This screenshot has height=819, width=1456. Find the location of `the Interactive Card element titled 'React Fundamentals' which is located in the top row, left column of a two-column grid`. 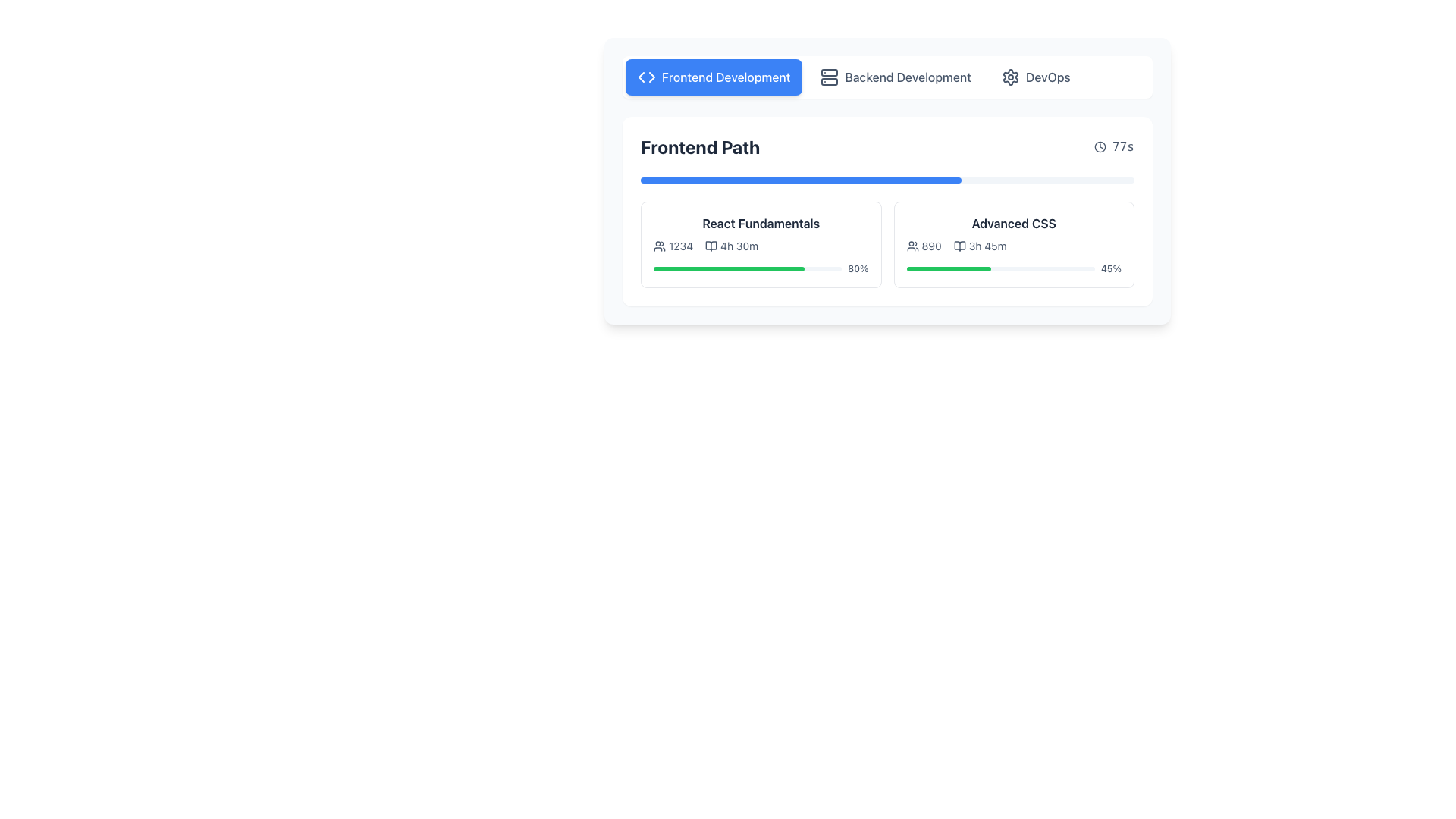

the Interactive Card element titled 'React Fundamentals' which is located in the top row, left column of a two-column grid is located at coordinates (761, 244).